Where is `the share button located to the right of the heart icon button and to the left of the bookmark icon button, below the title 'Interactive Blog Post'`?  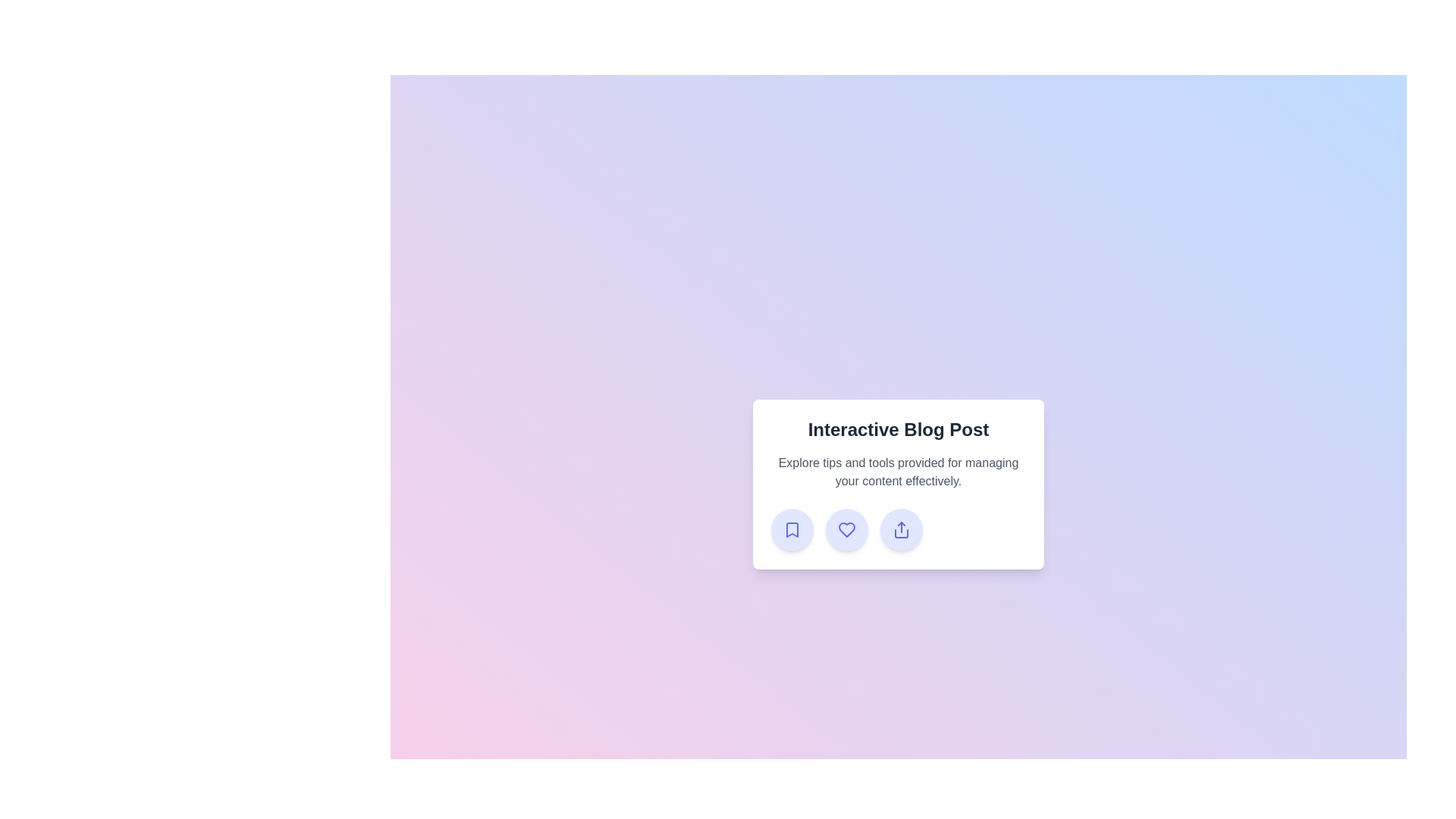 the share button located to the right of the heart icon button and to the left of the bookmark icon button, below the title 'Interactive Blog Post' is located at coordinates (902, 529).